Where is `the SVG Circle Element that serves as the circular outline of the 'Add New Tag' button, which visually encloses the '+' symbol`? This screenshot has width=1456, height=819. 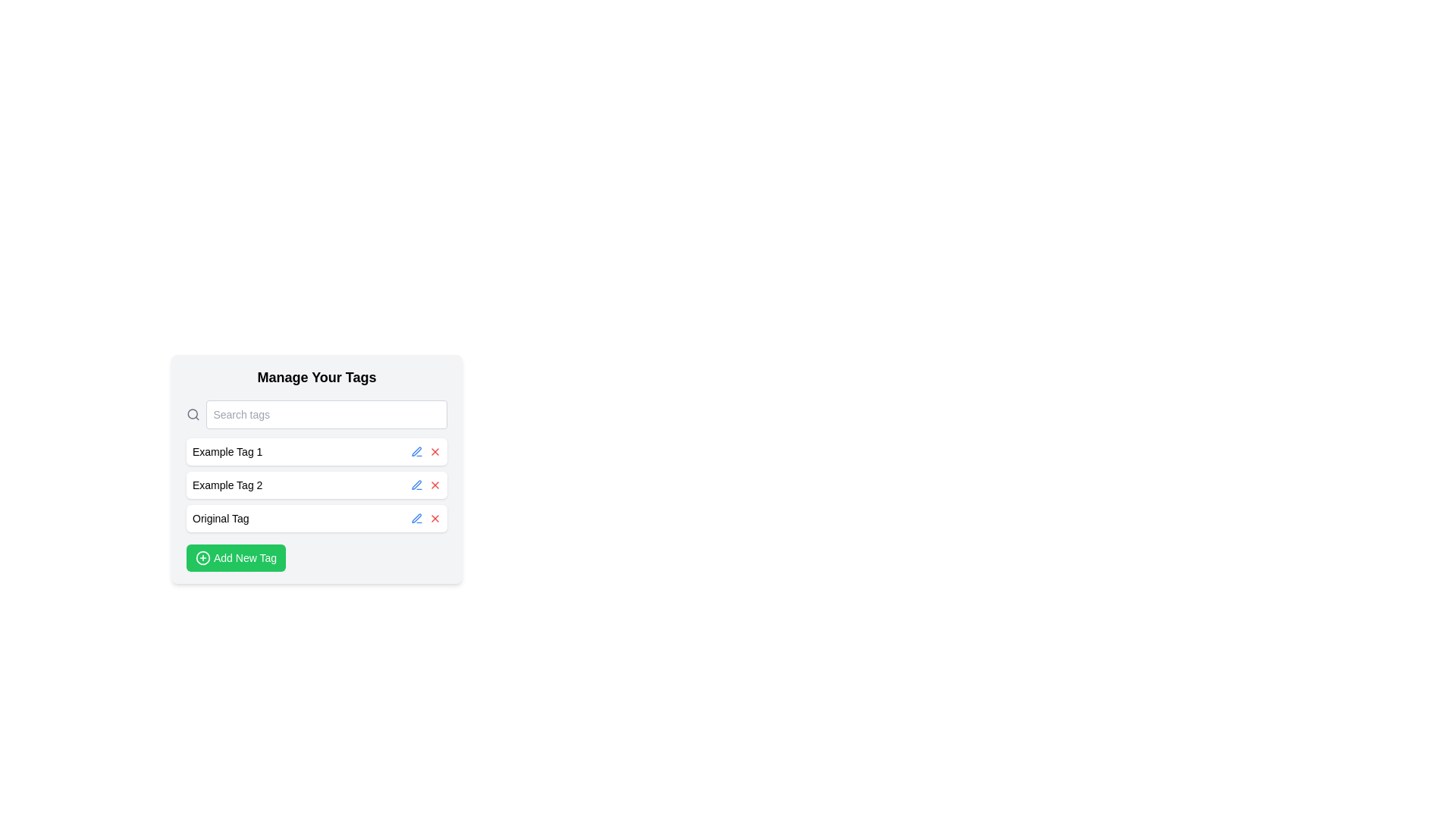 the SVG Circle Element that serves as the circular outline of the 'Add New Tag' button, which visually encloses the '+' symbol is located at coordinates (202, 558).